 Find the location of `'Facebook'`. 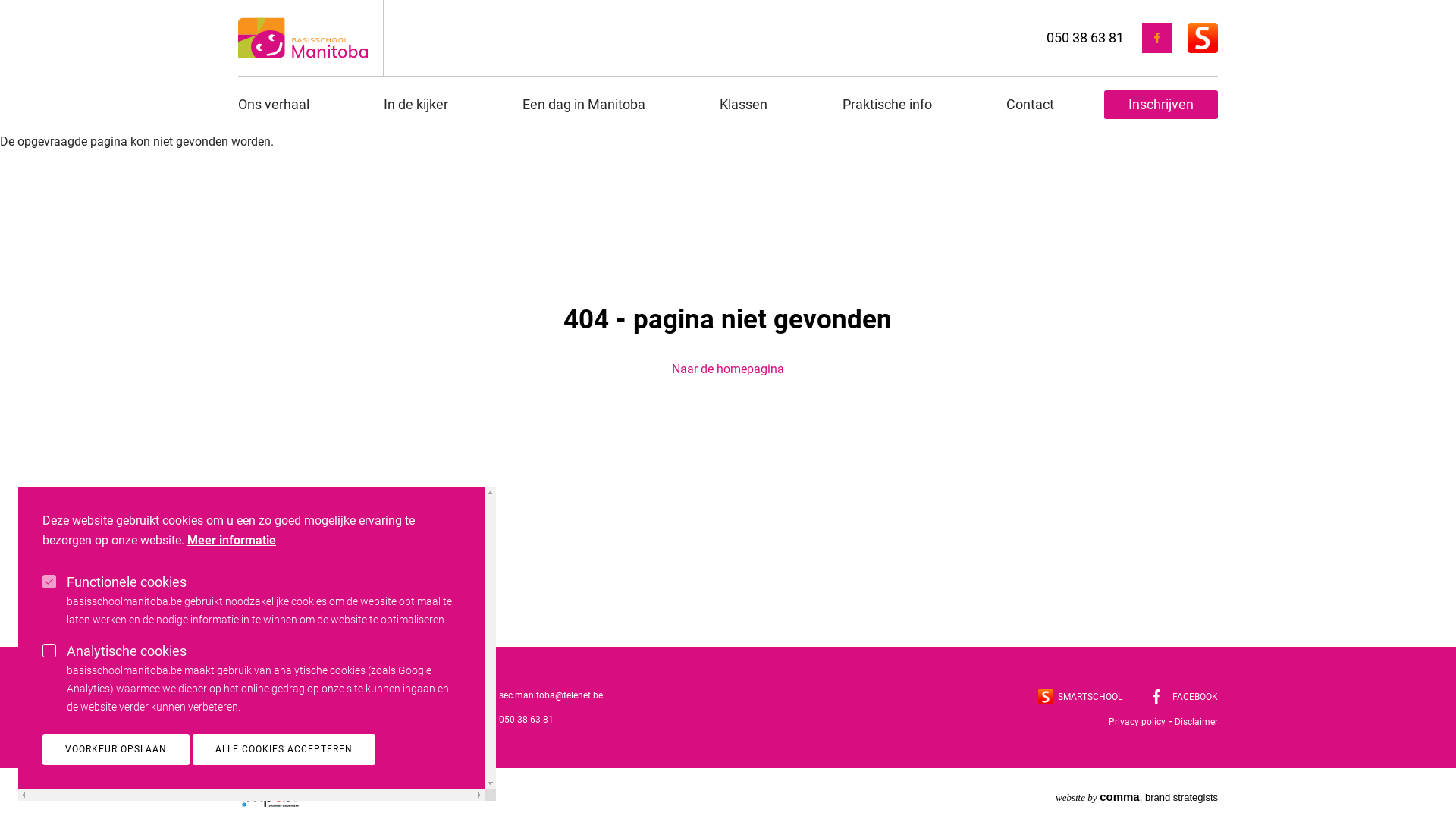

'Facebook' is located at coordinates (1156, 696).